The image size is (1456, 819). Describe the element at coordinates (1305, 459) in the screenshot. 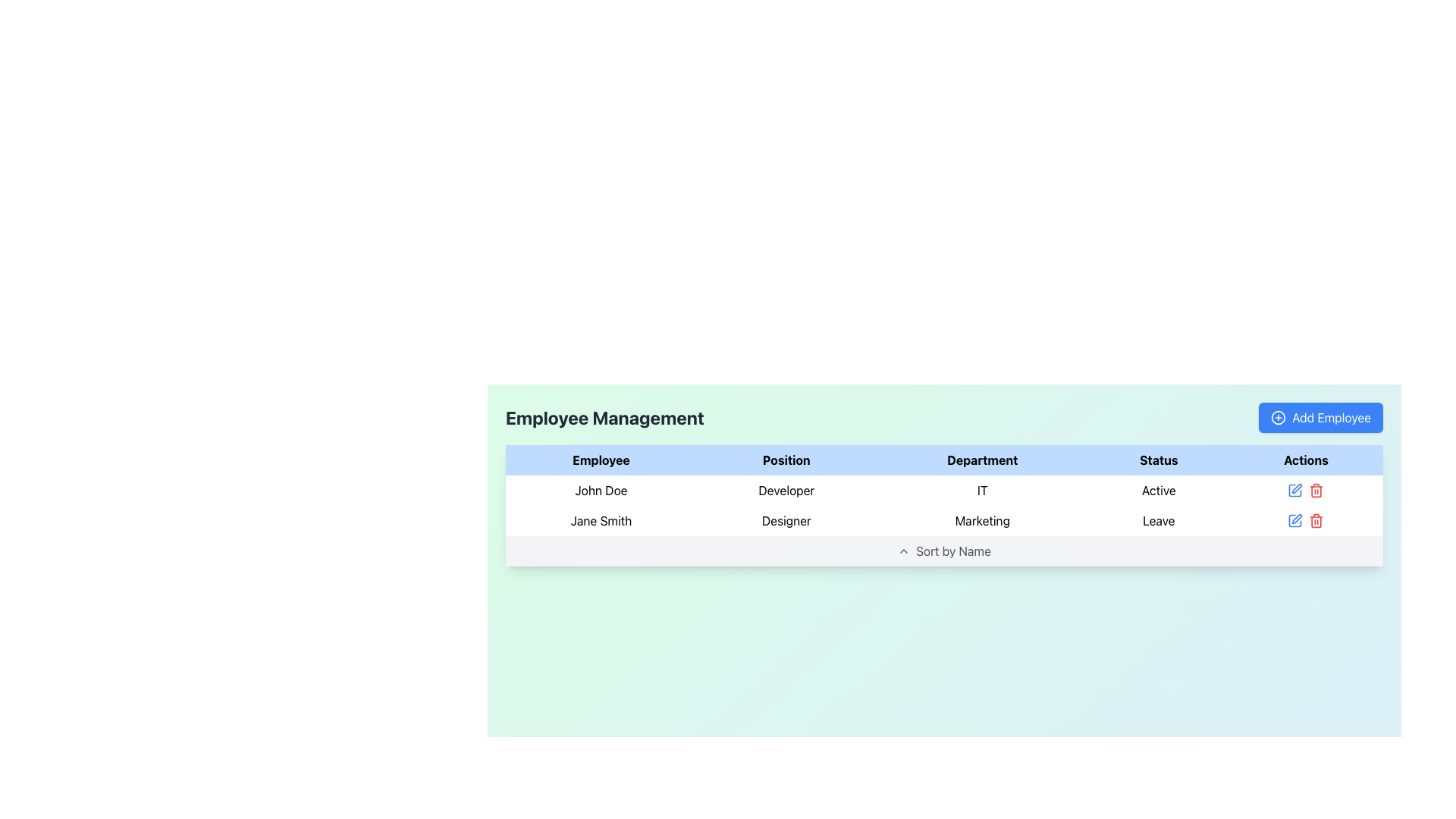

I see `the 'Actions' text label, which is styled in bold and centered within a light blue rectangular background, located in the top-right corner of the table header` at that location.